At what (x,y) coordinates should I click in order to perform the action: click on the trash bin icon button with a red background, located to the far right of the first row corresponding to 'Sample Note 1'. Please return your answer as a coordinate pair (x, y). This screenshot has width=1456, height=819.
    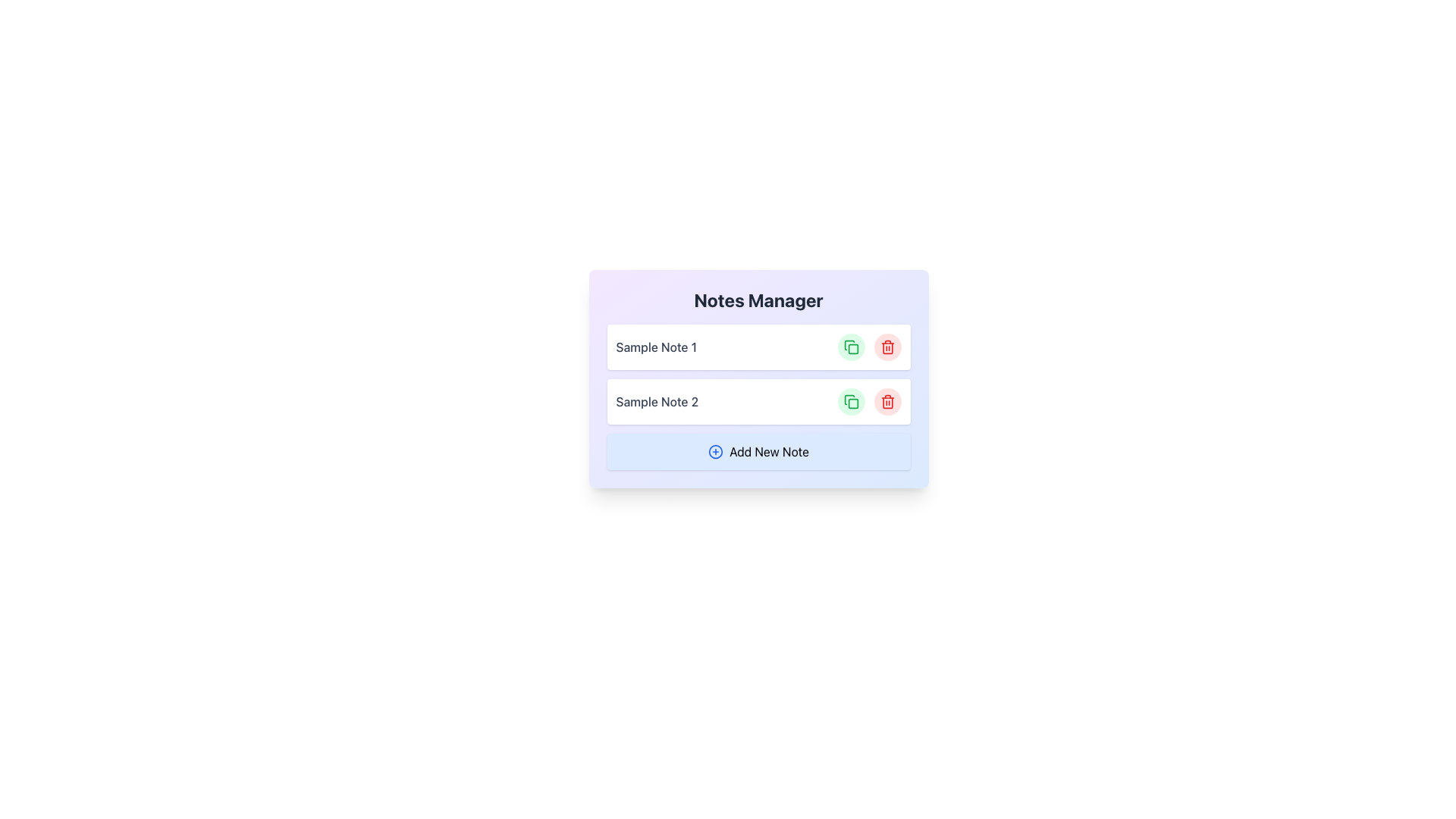
    Looking at the image, I should click on (887, 347).